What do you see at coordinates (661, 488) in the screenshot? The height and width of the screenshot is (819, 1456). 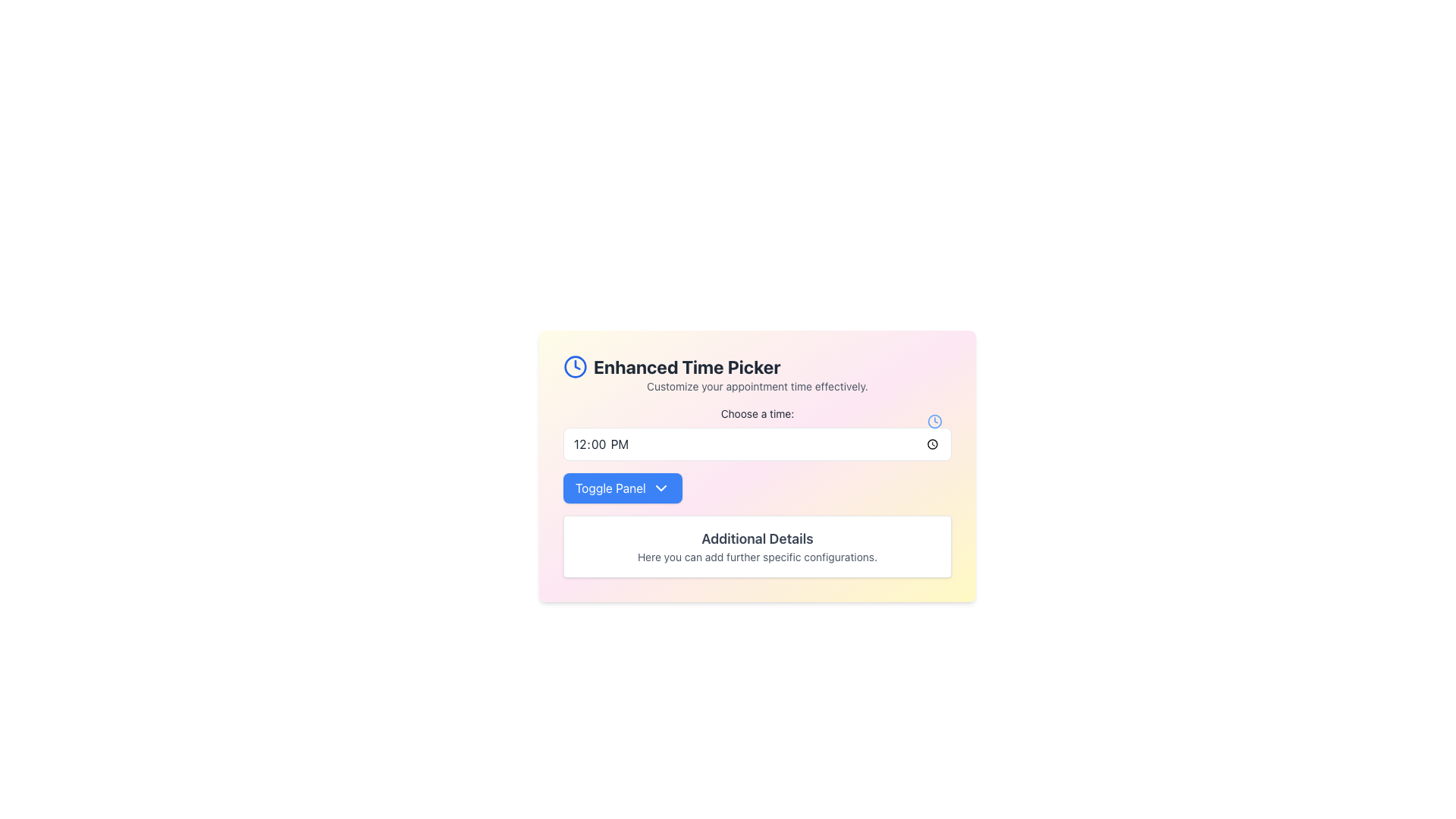 I see `the downward-pointing chevron icon located at the right end of the 'Toggle Panel' button` at bounding box center [661, 488].